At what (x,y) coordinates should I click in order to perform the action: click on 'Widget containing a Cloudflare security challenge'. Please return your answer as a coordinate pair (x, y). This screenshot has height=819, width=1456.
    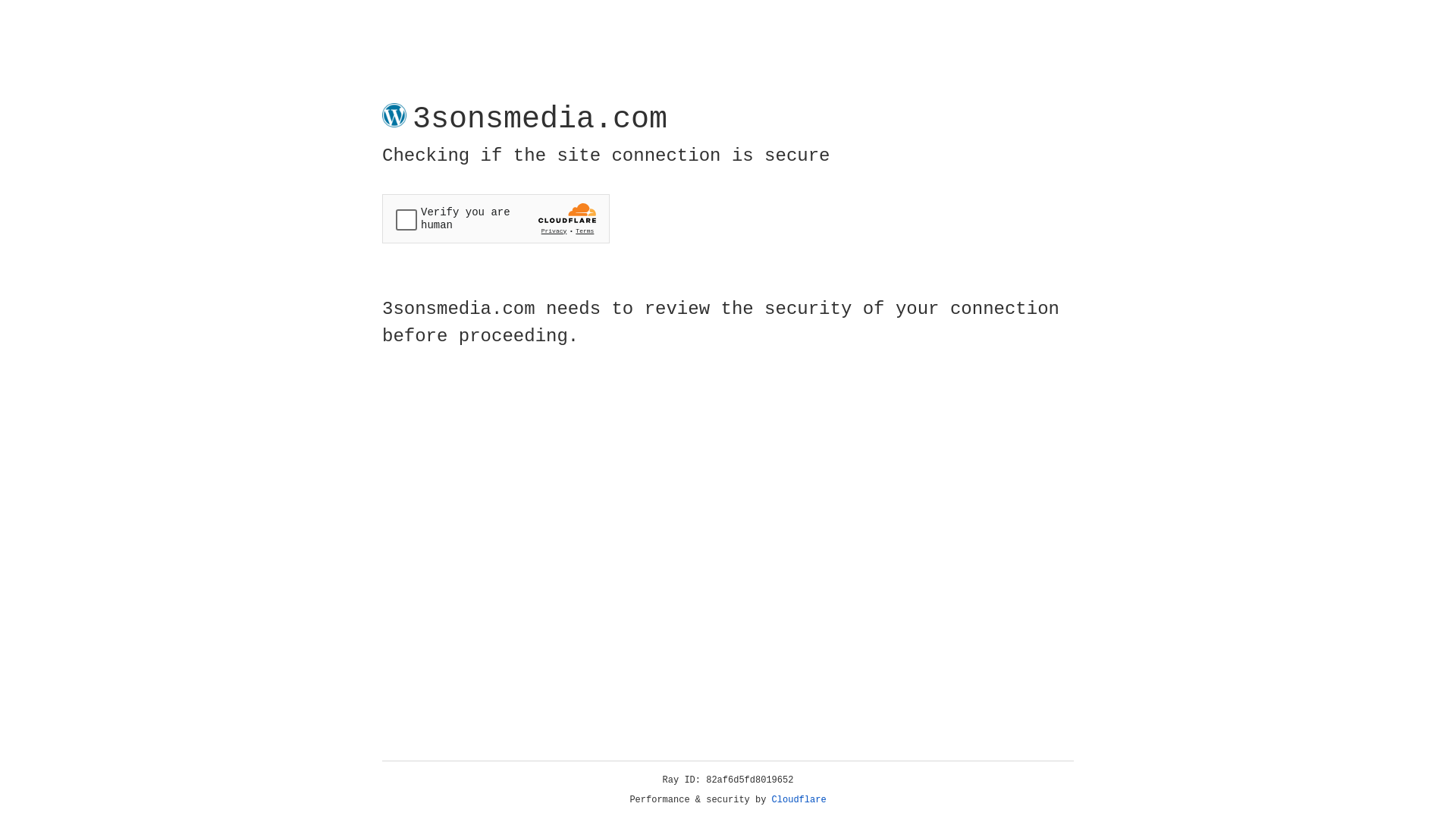
    Looking at the image, I should click on (495, 218).